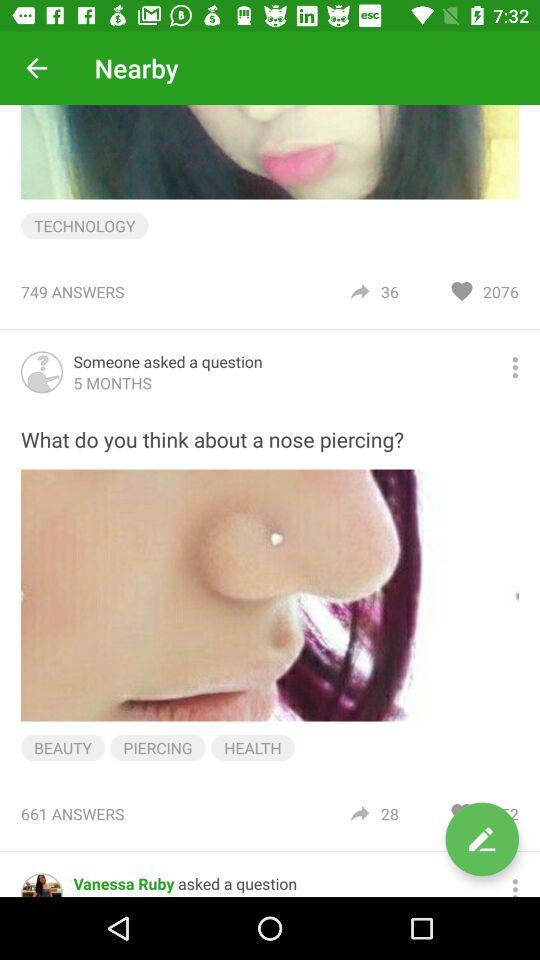 The image size is (540, 960). I want to click on the icon to the right of the 28 item, so click(481, 839).